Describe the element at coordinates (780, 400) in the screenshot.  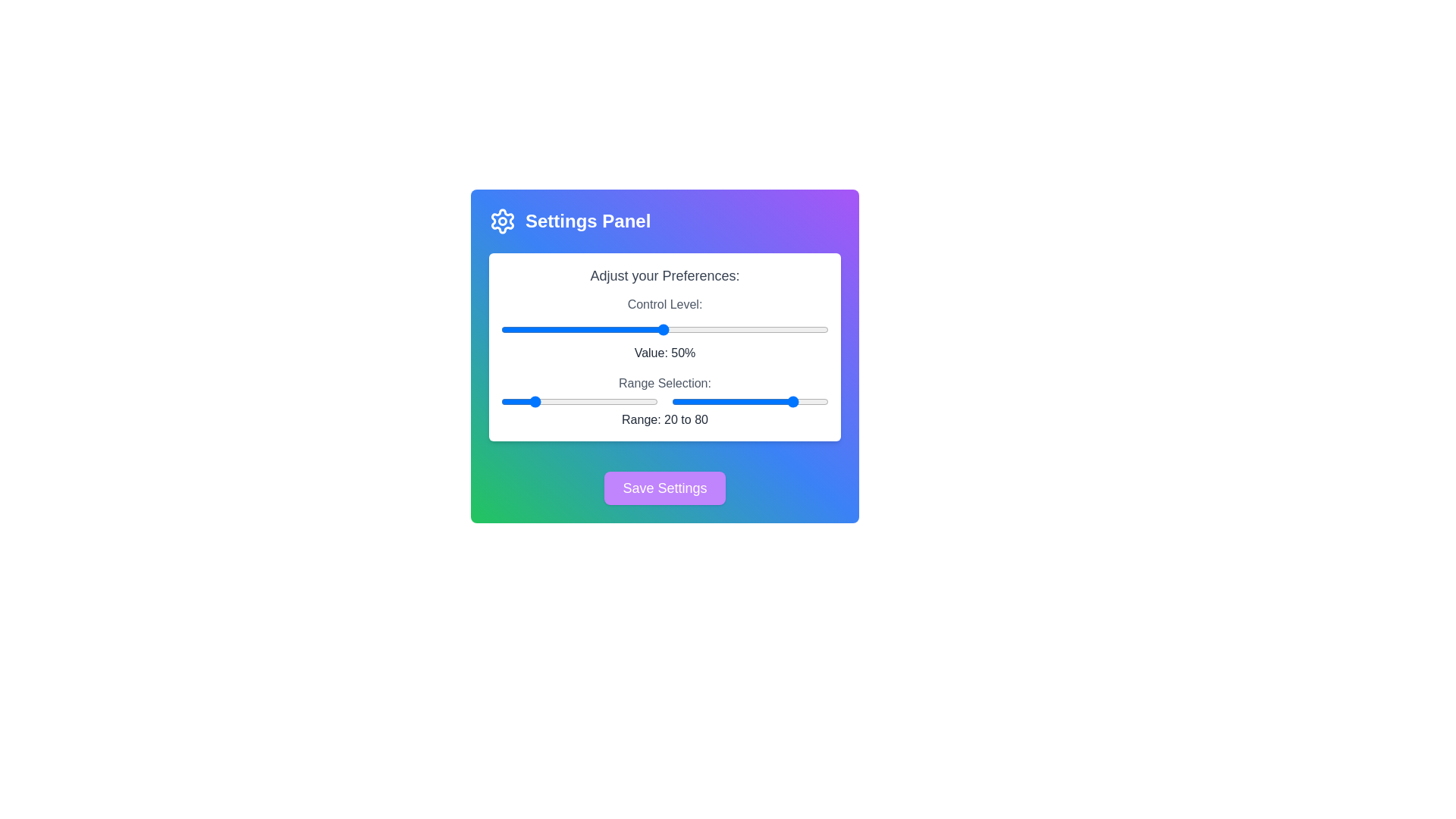
I see `the slider` at that location.